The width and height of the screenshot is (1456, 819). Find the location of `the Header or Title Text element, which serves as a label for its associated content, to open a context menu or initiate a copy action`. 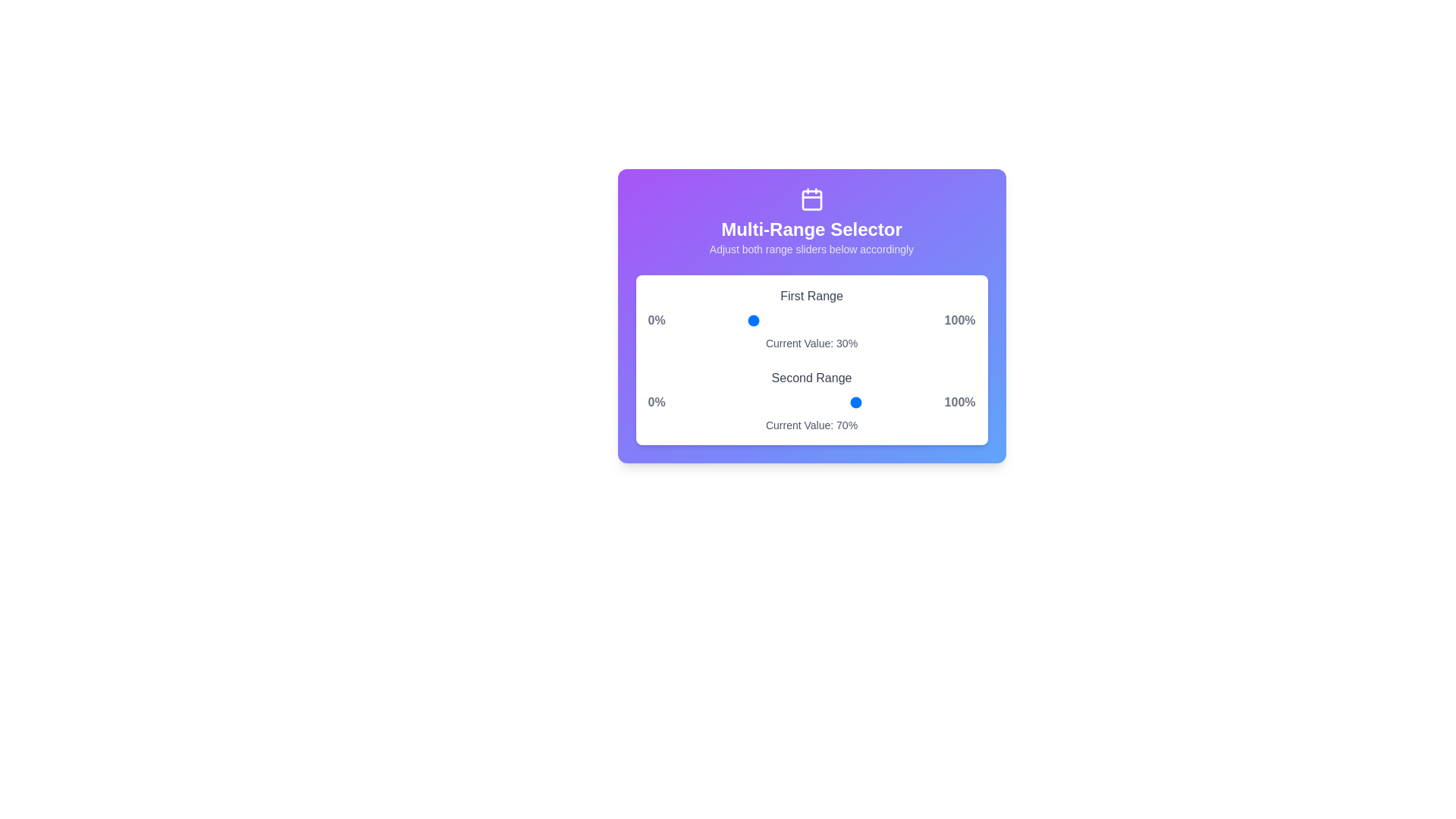

the Header or Title Text element, which serves as a label for its associated content, to open a context menu or initiate a copy action is located at coordinates (811, 230).